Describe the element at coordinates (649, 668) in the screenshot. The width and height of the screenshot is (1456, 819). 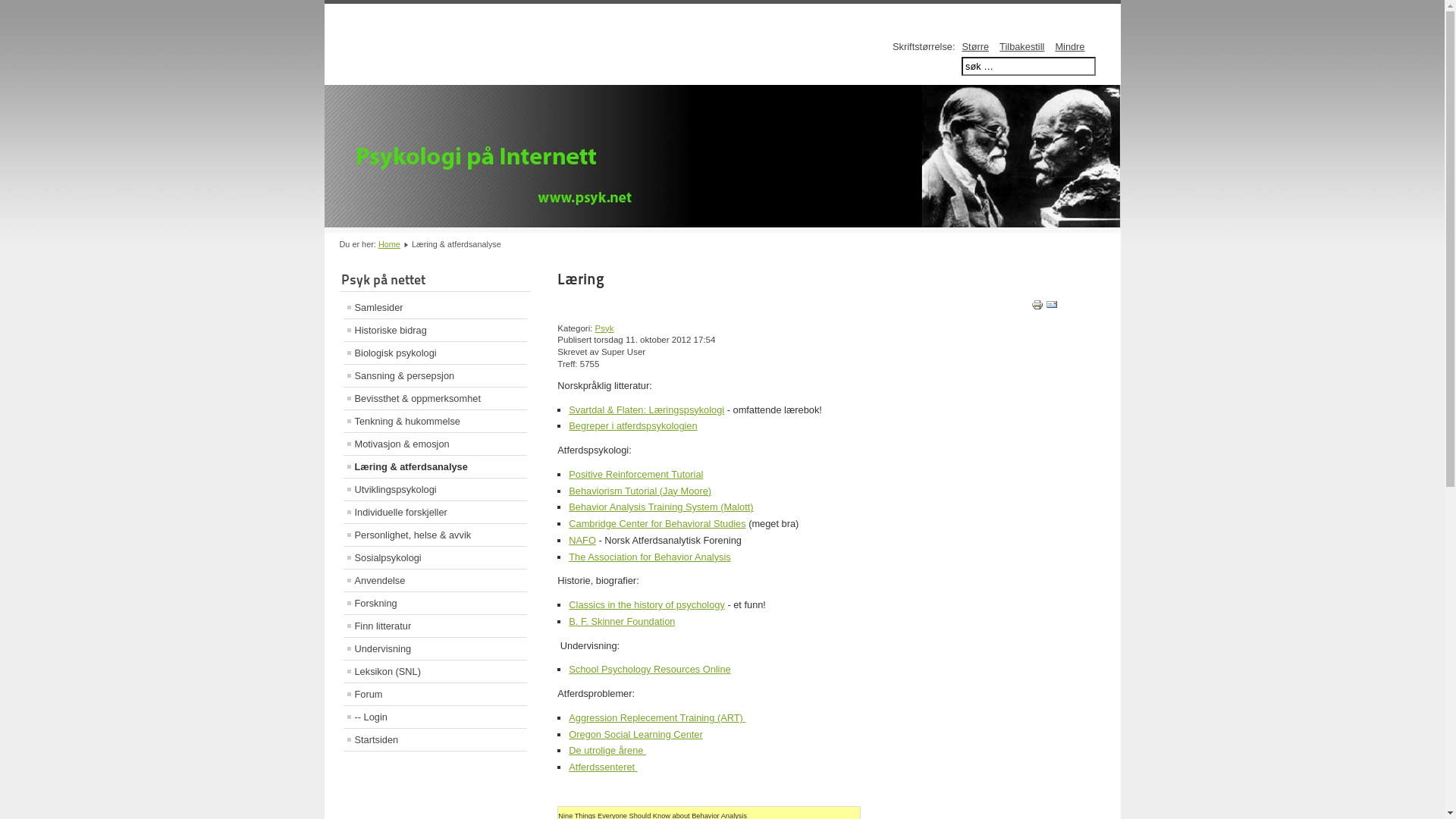
I see `'School Psychology Resources Online'` at that location.